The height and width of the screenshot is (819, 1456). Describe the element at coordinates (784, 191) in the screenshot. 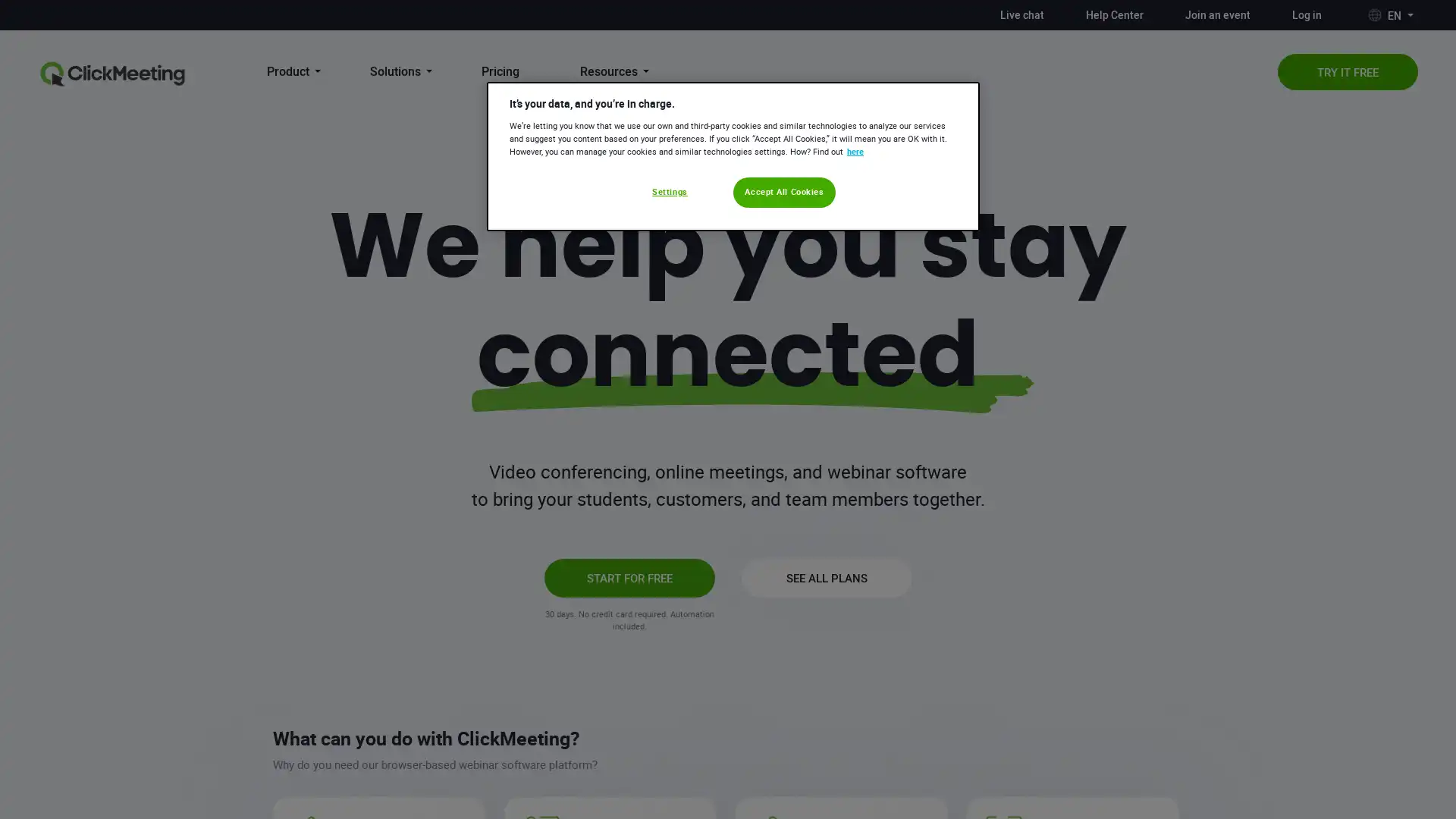

I see `Accept All Cookies` at that location.